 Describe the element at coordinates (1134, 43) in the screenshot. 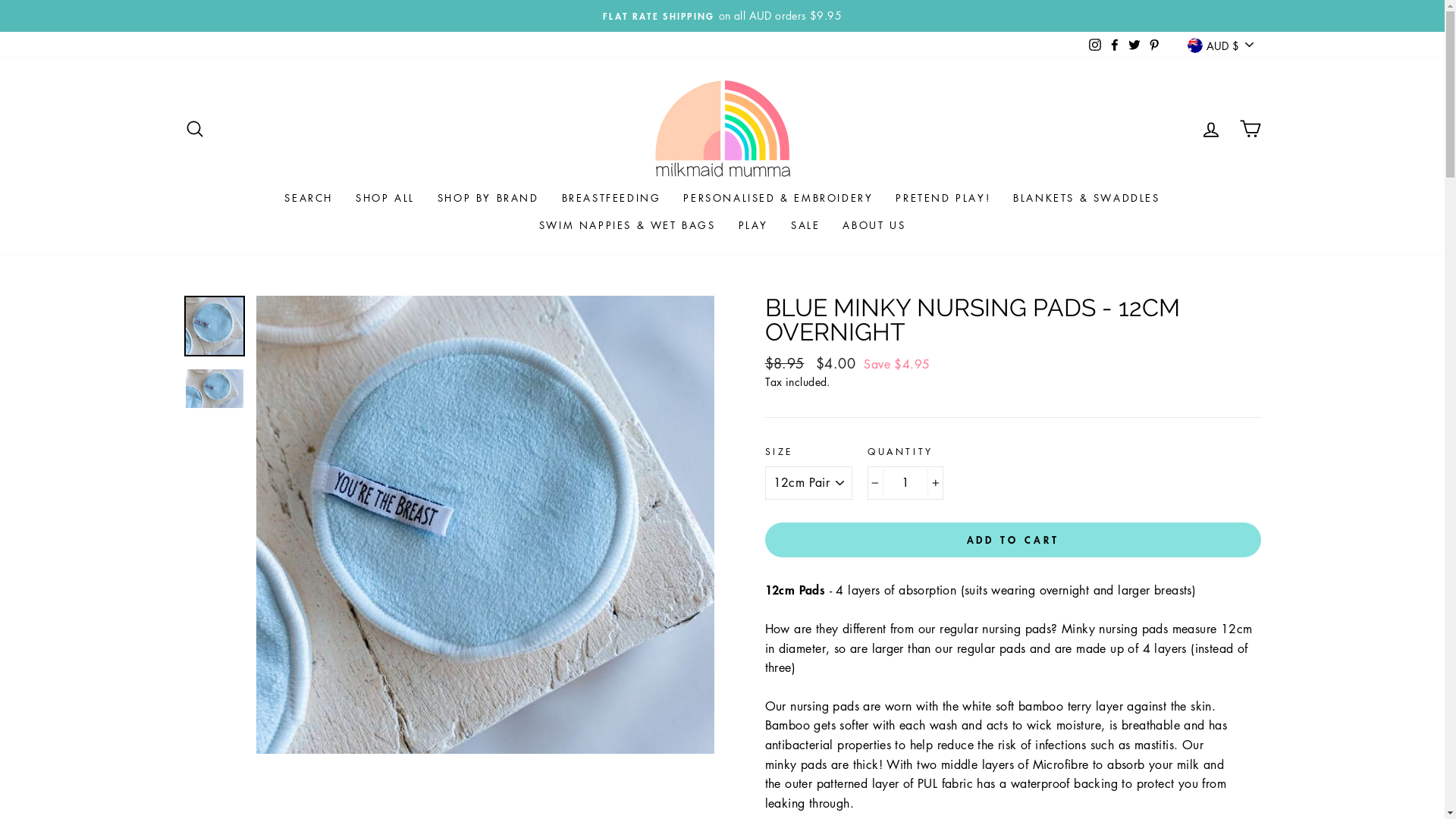

I see `'Twitter'` at that location.